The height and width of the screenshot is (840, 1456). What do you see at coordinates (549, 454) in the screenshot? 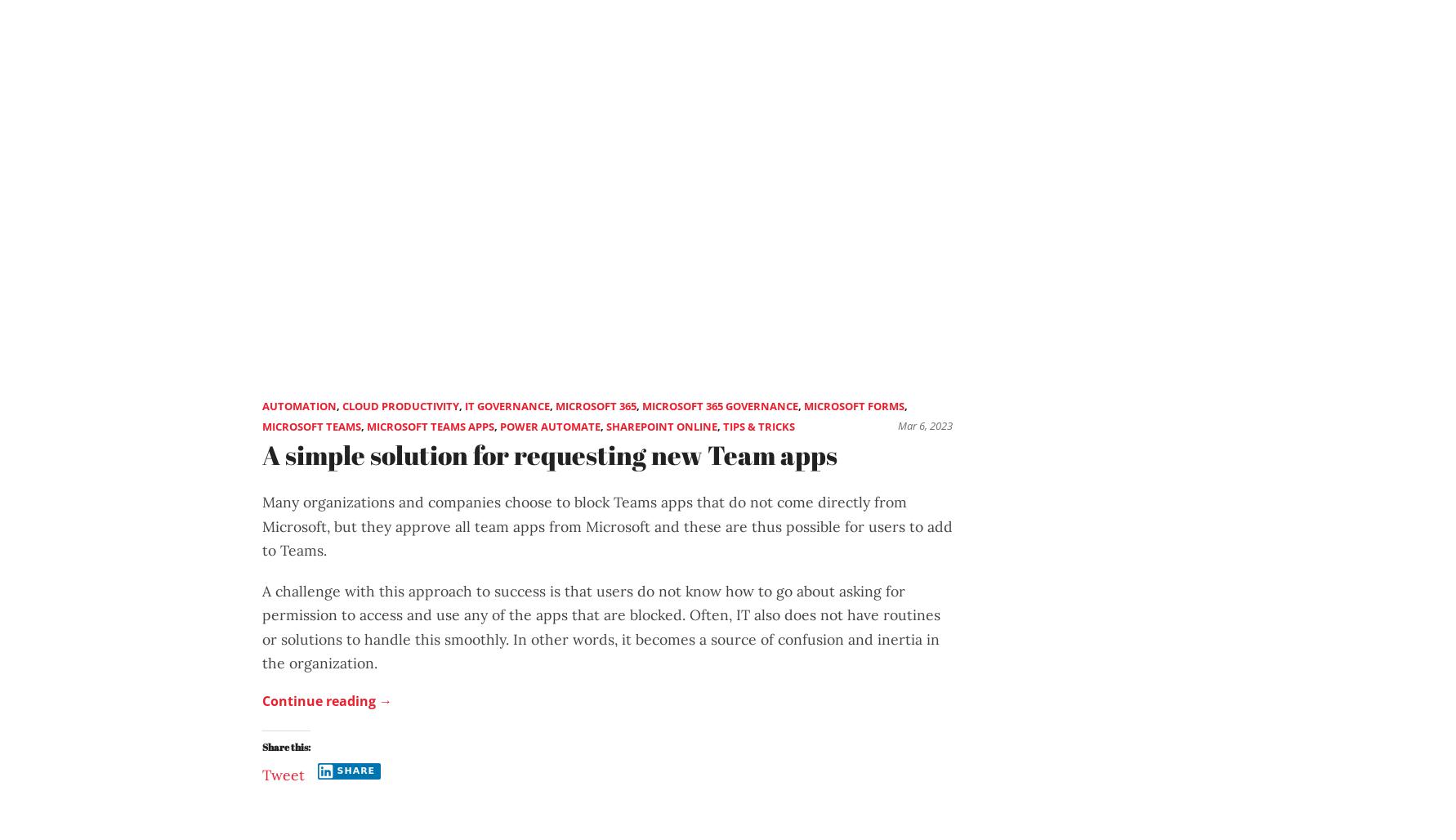
I see `'A simple solution for requesting new Team apps'` at bounding box center [549, 454].